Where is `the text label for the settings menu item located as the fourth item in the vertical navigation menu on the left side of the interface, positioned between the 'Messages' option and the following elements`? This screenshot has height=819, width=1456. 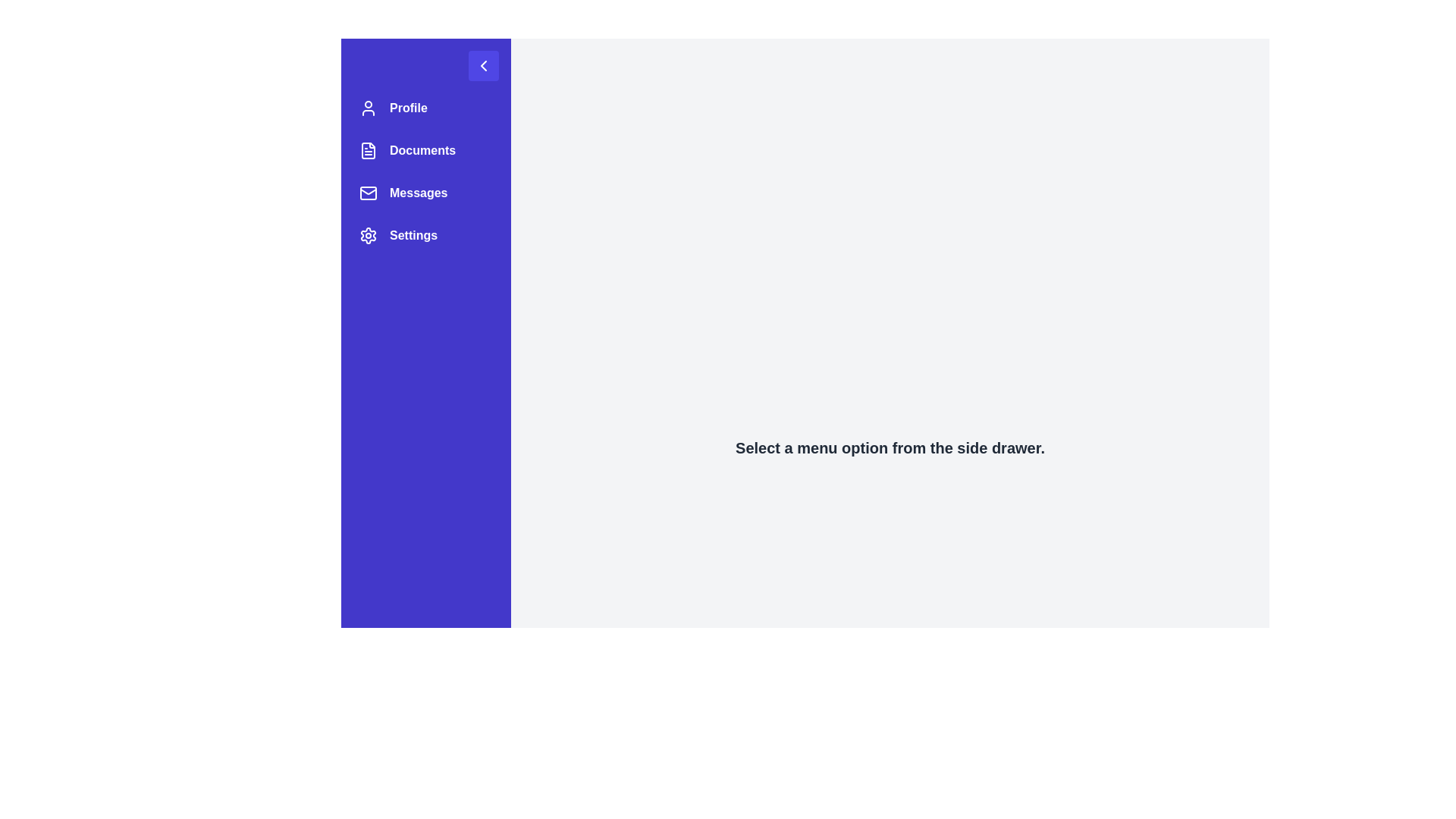 the text label for the settings menu item located as the fourth item in the vertical navigation menu on the left side of the interface, positioned between the 'Messages' option and the following elements is located at coordinates (413, 236).